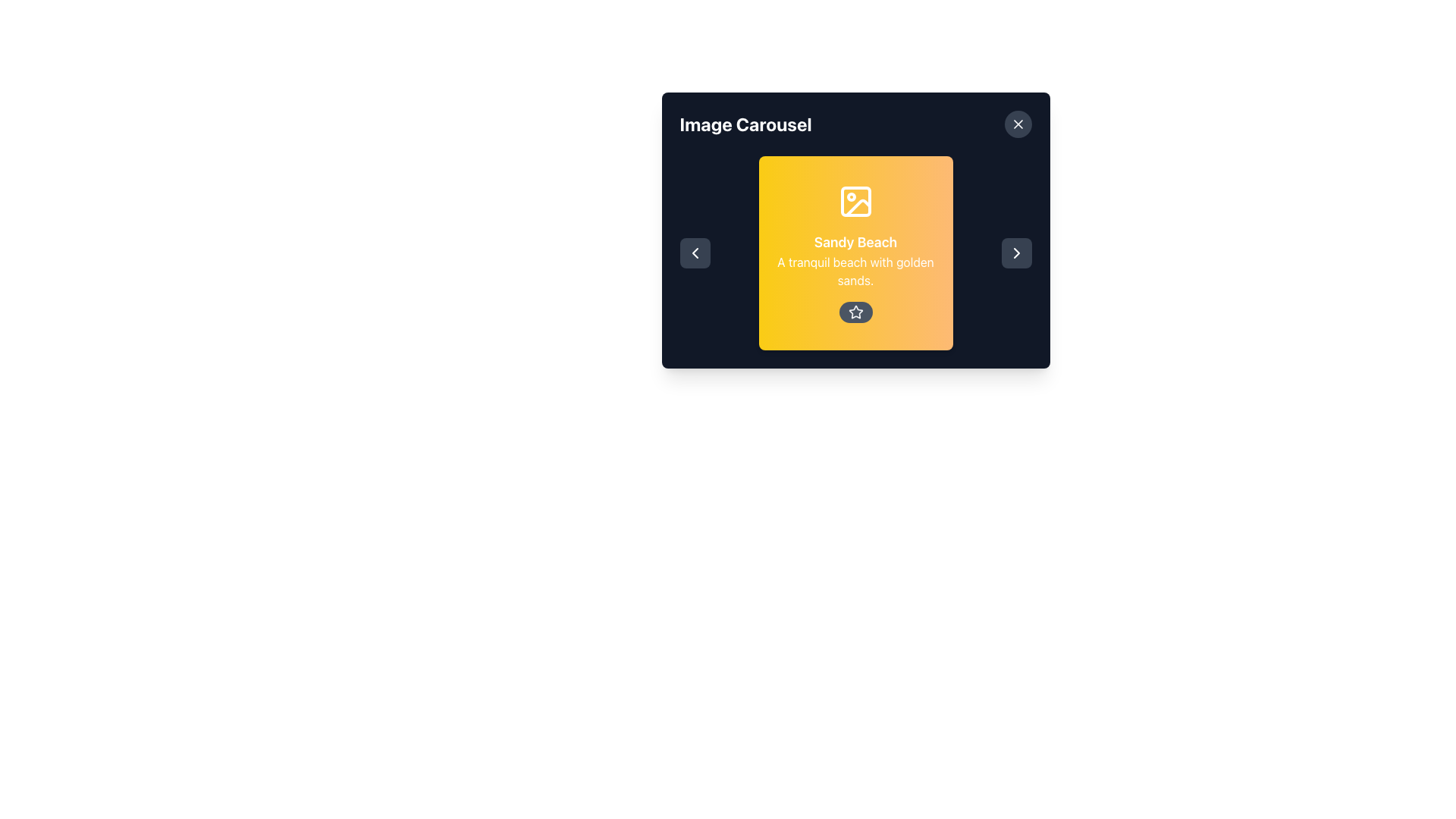 The height and width of the screenshot is (819, 1456). I want to click on the leftward-pointing chevron icon within the left-side navigation button of the image carousel, so click(694, 253).